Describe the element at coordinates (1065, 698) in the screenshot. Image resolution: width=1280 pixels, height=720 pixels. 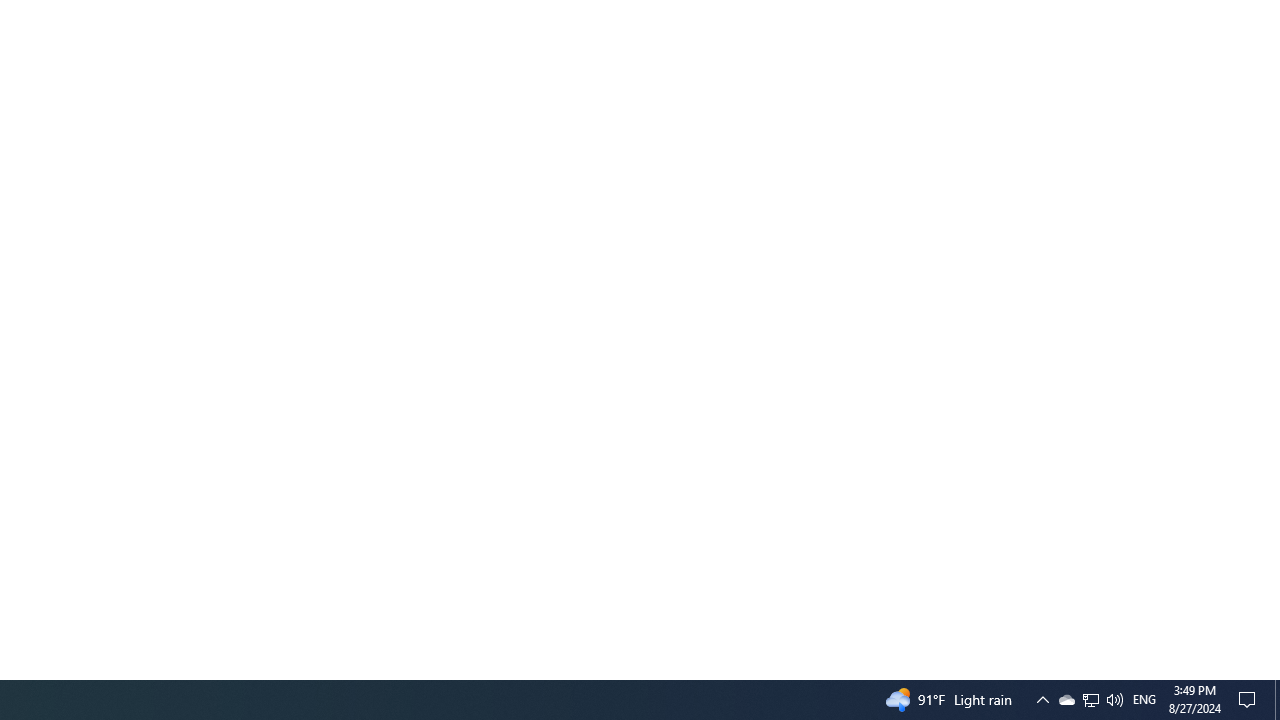
I see `'User Promoted Notification Area'` at that location.